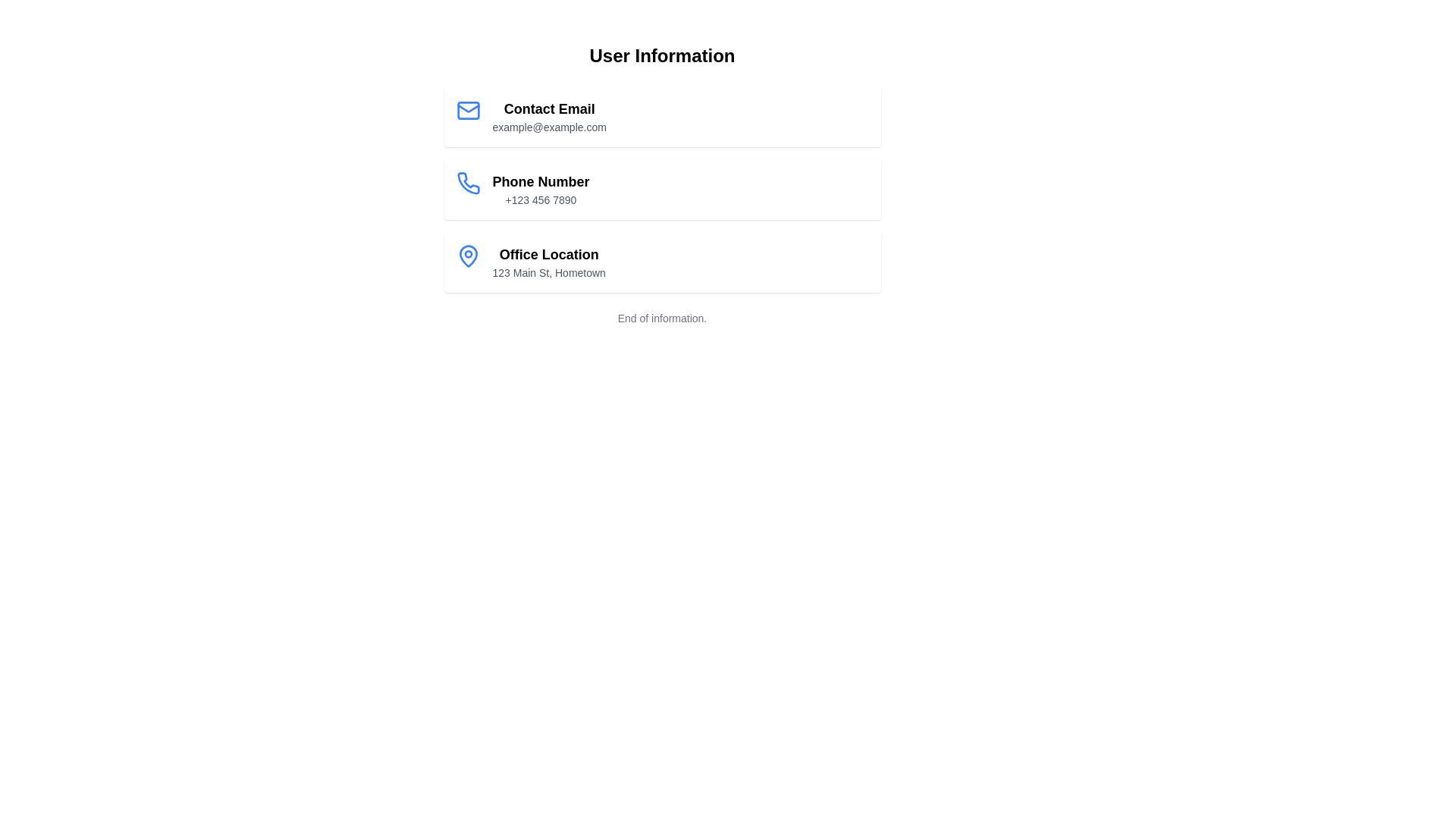 This screenshot has width=1456, height=819. Describe the element at coordinates (548, 127) in the screenshot. I see `the text label displaying the email address 'example@example.com', which is located below the 'Contact Email' heading in the first card of the User Information section` at that location.